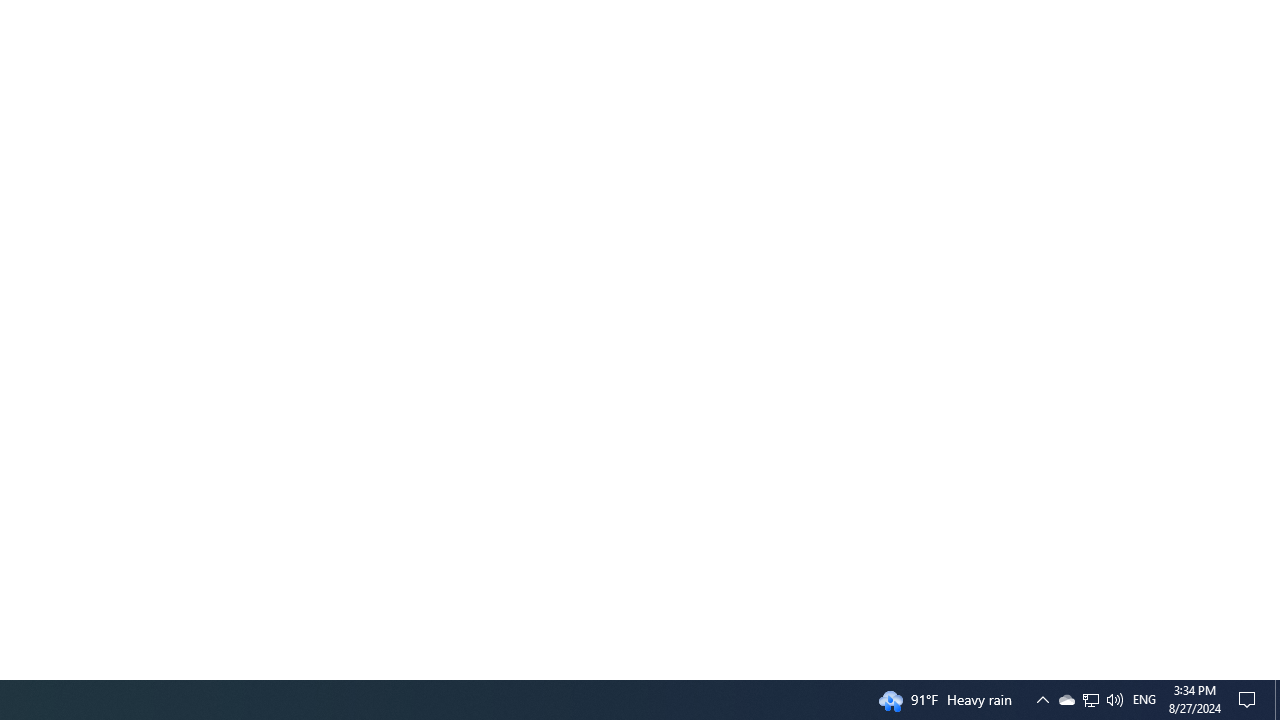  I want to click on 'User Promoted Notification Area', so click(1041, 698).